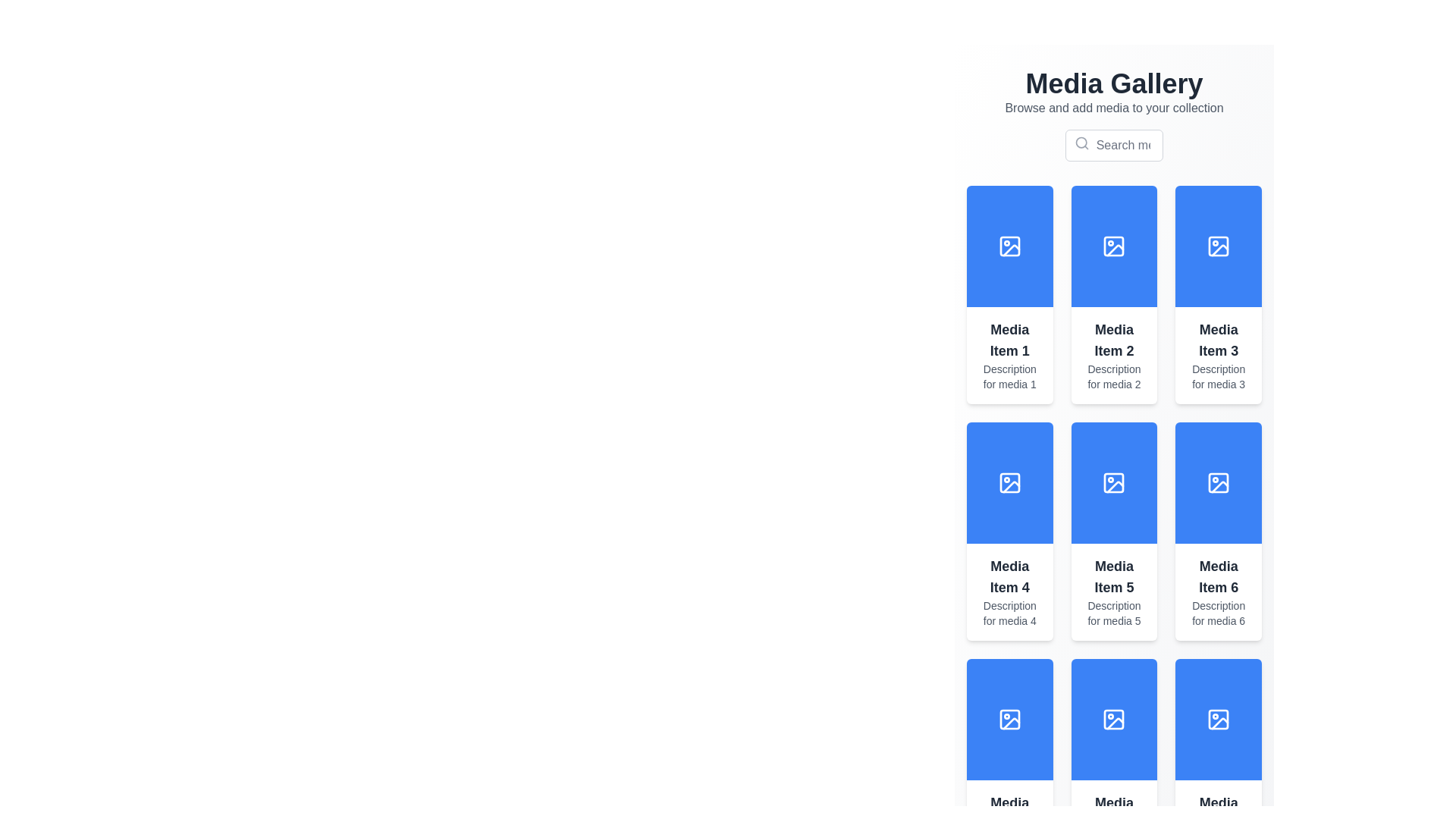 This screenshot has height=819, width=1456. I want to click on the small rounded rectangle icon located in the top left corner of 'Media Item 4', so click(1009, 482).